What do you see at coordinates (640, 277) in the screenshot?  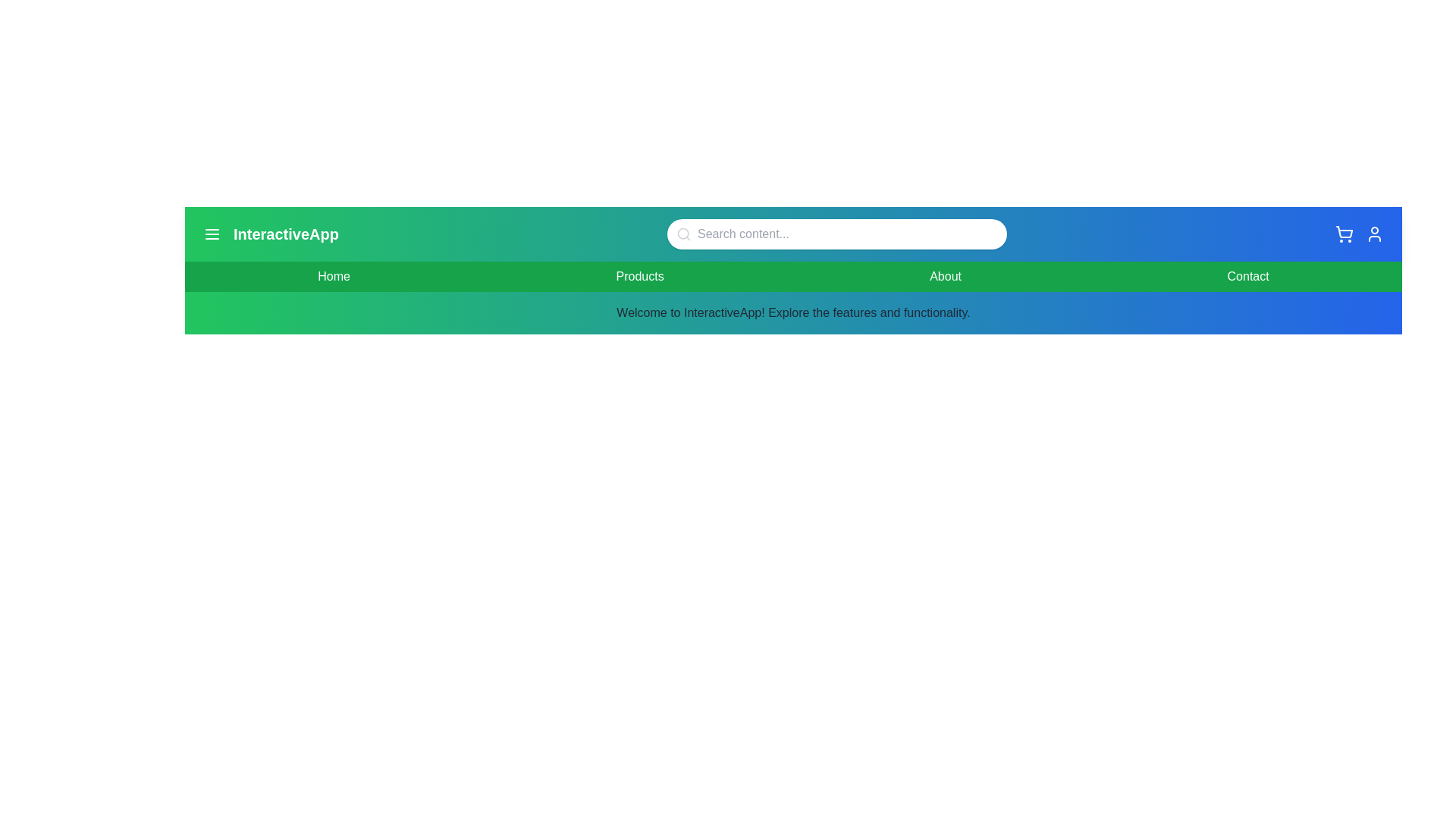 I see `the Products menu item to navigate` at bounding box center [640, 277].